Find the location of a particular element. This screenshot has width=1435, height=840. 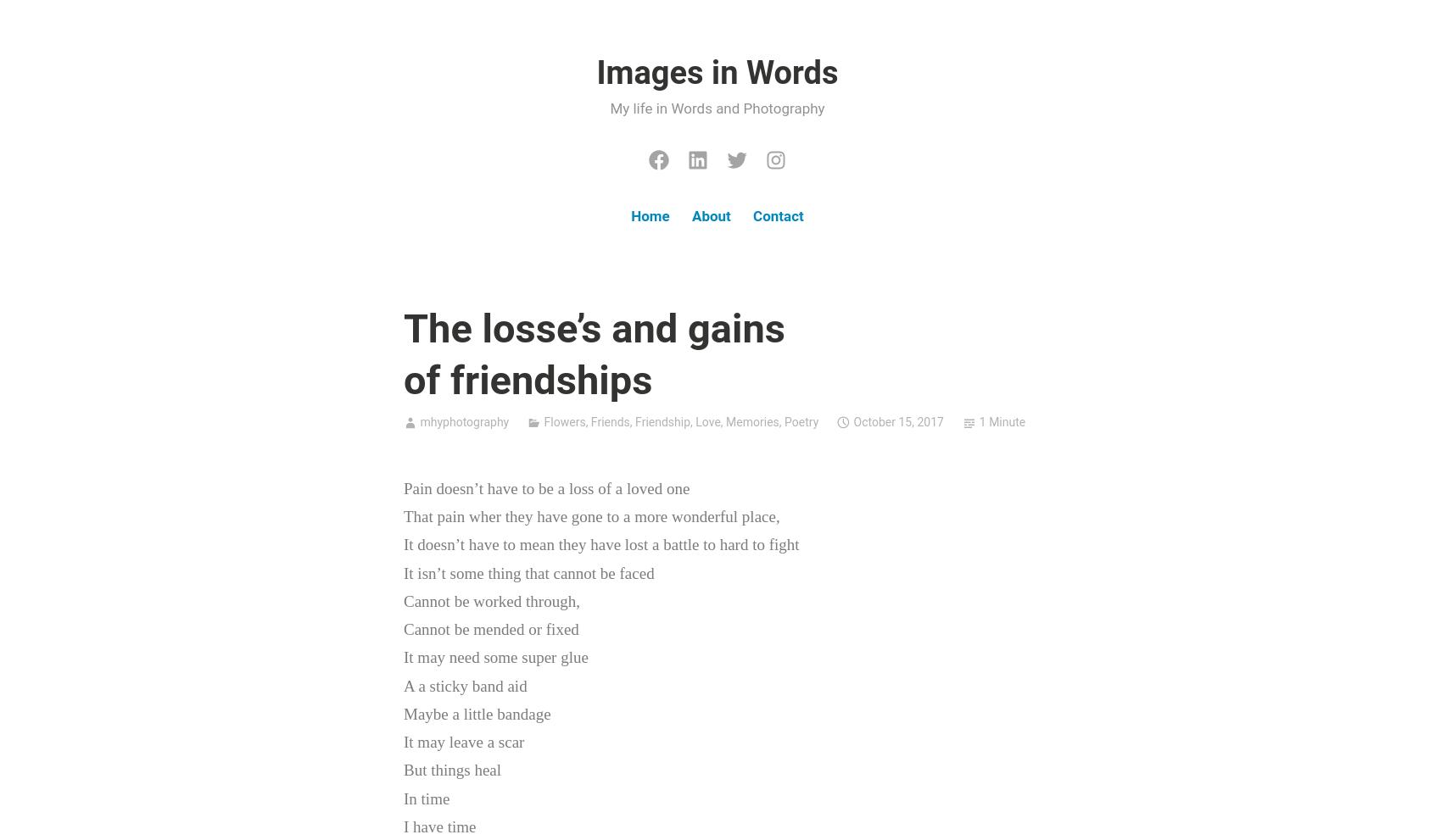

'It may leave a scar' is located at coordinates (464, 742).